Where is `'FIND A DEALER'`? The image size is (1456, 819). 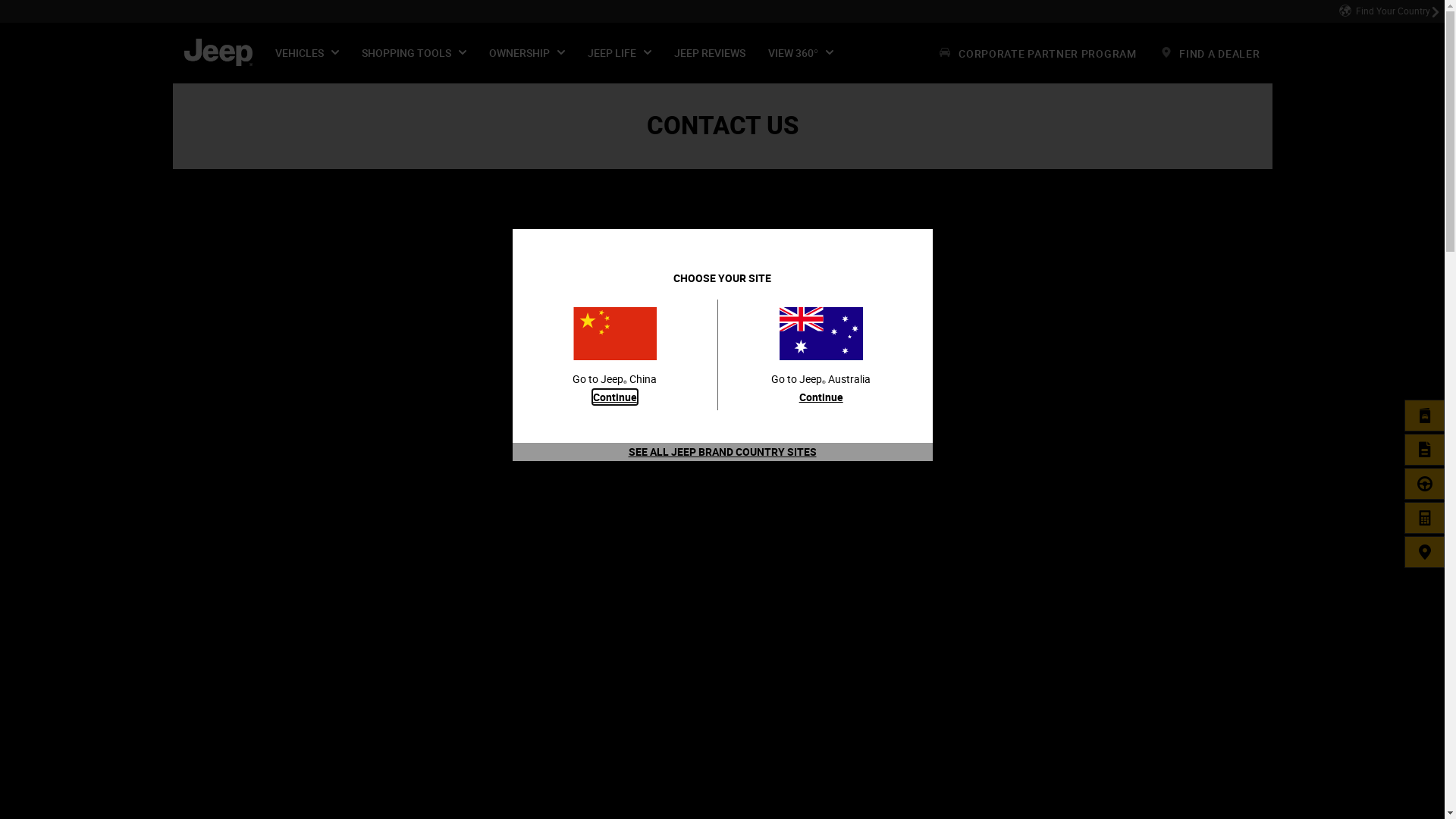
'FIND A DEALER' is located at coordinates (1423, 552).